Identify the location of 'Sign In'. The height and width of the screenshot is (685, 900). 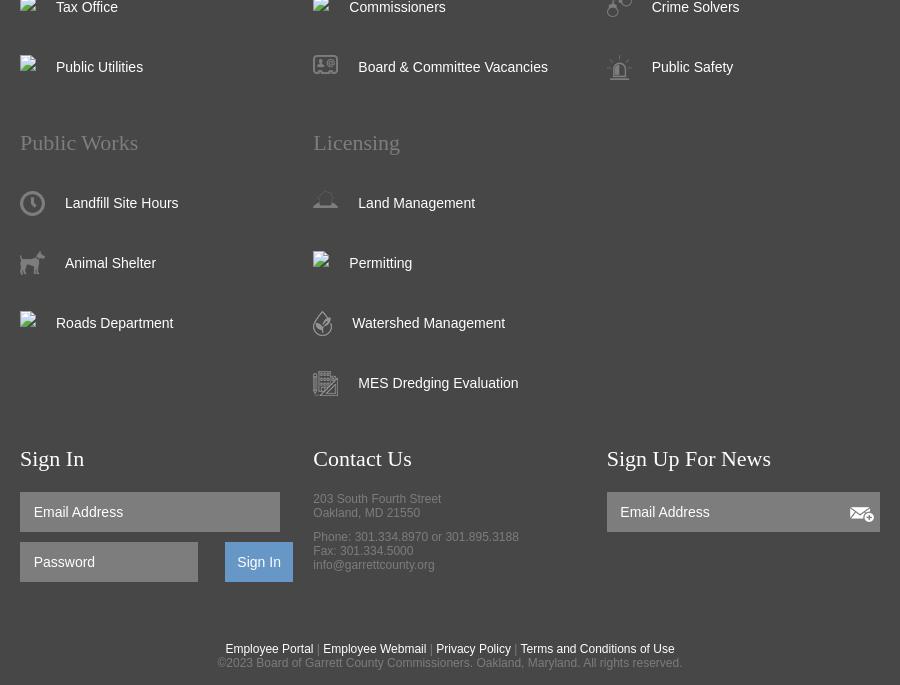
(18, 458).